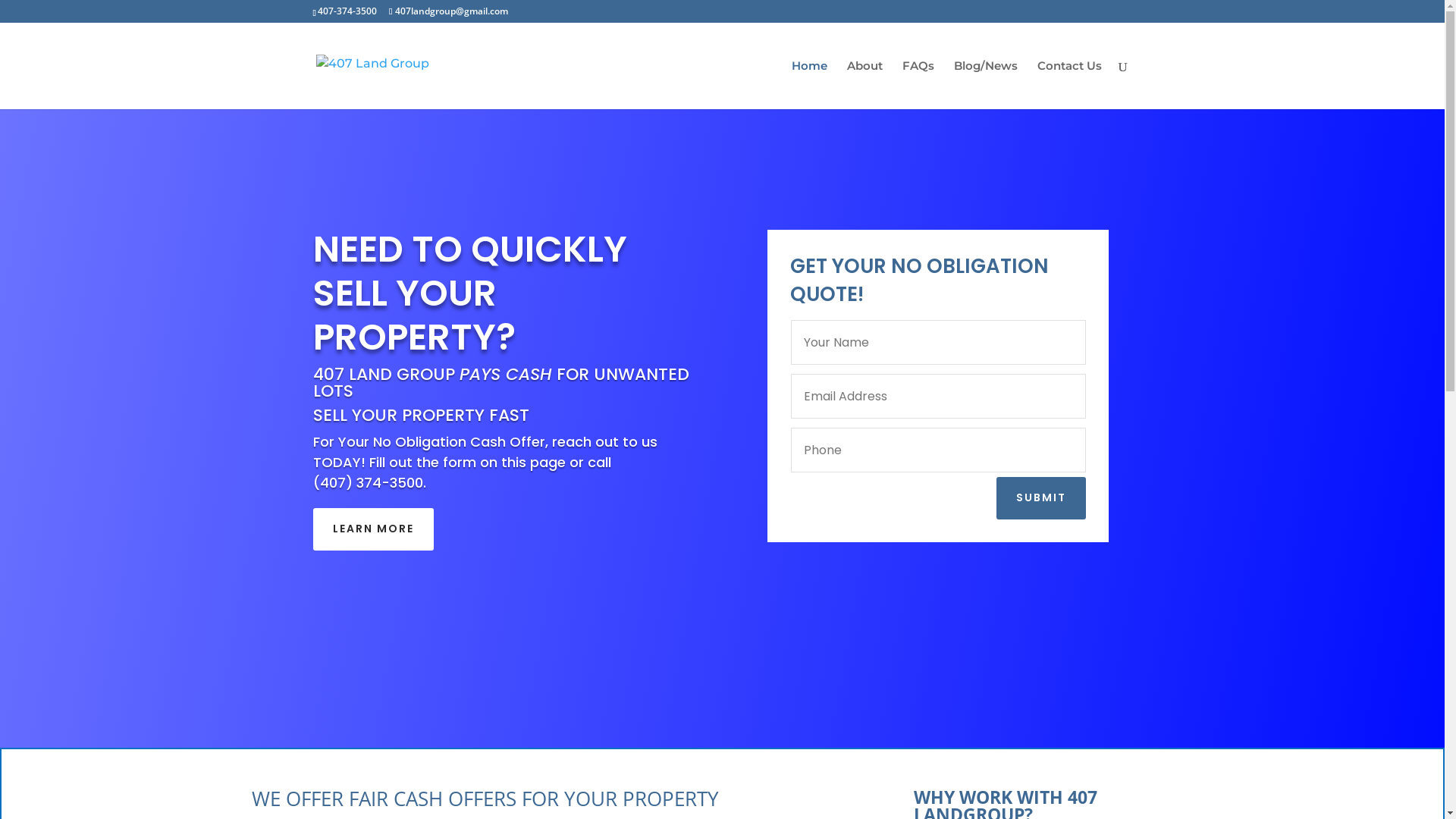 The image size is (1456, 819). I want to click on 'Home', so click(790, 84).